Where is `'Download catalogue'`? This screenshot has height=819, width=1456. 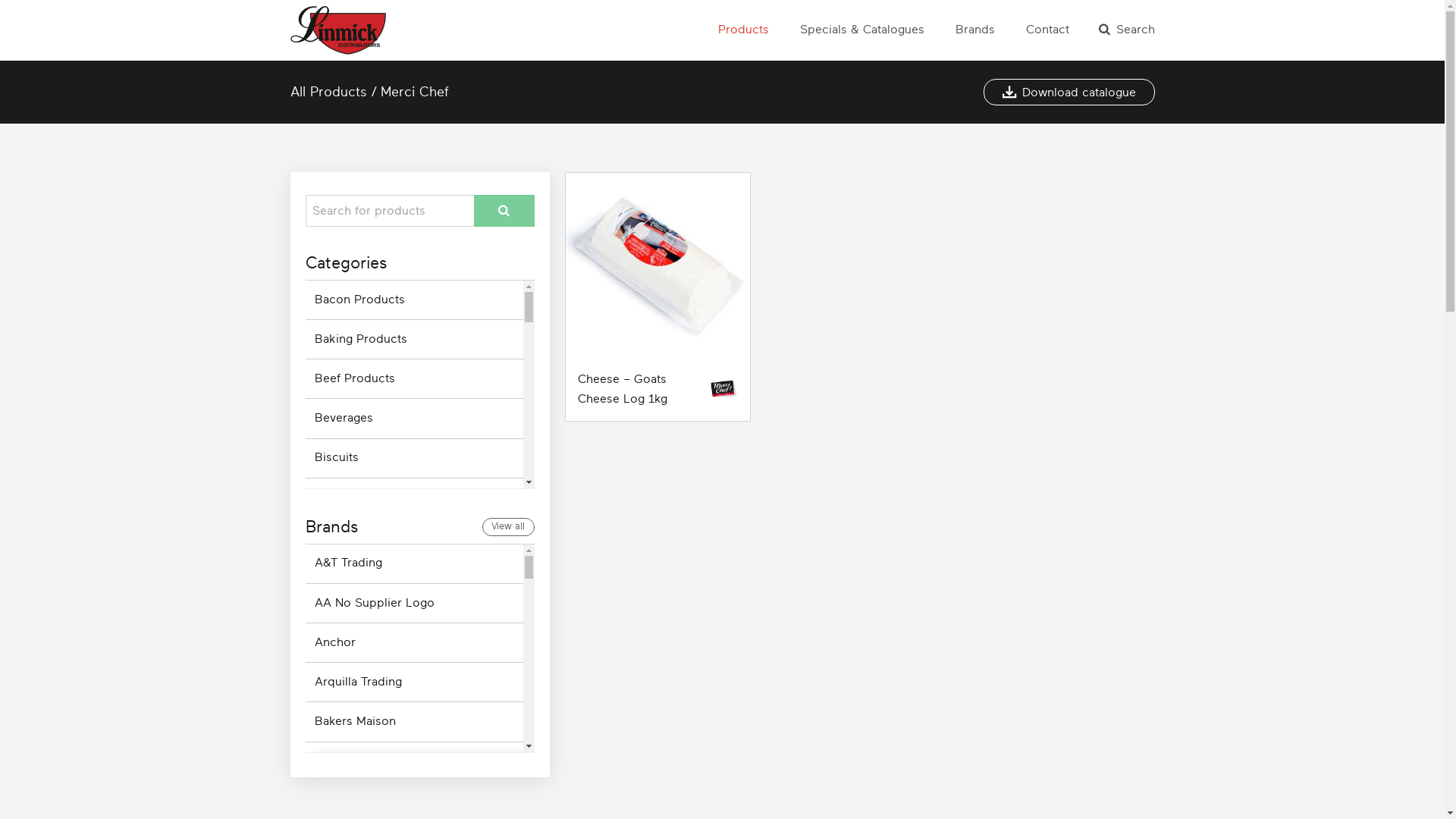
'Download catalogue' is located at coordinates (983, 92).